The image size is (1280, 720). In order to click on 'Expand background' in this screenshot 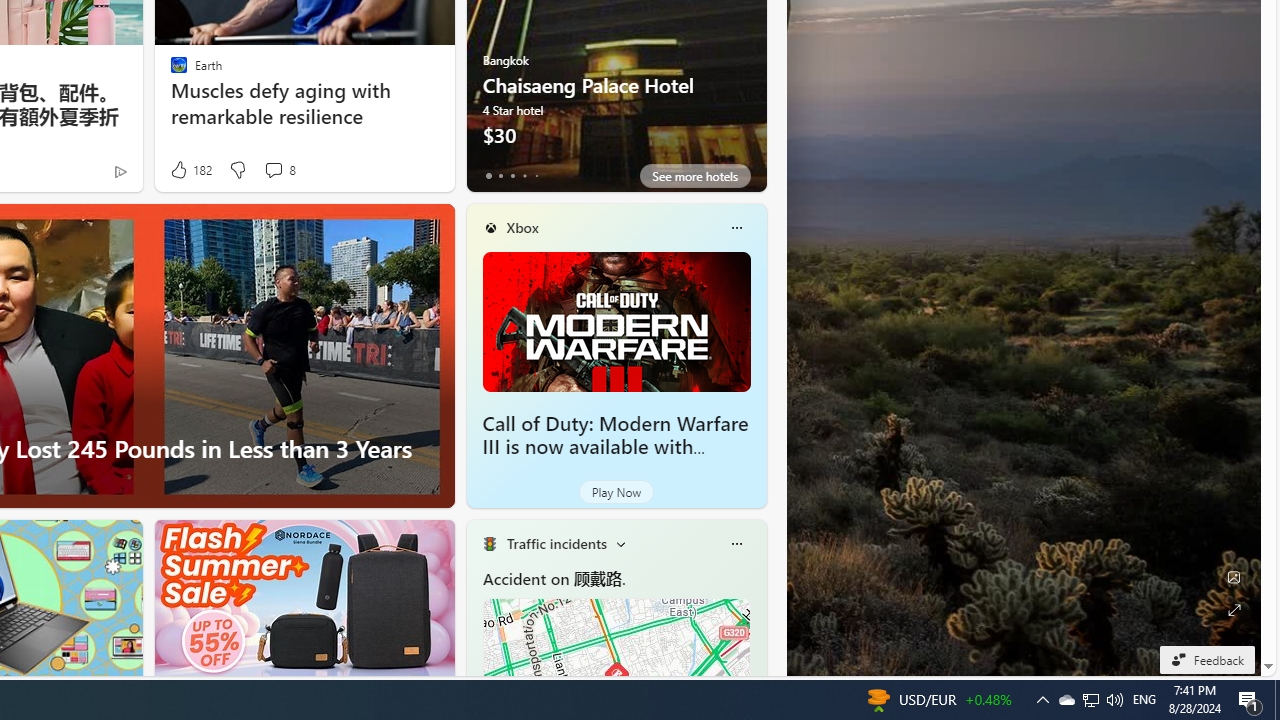, I will do `click(1232, 609)`.